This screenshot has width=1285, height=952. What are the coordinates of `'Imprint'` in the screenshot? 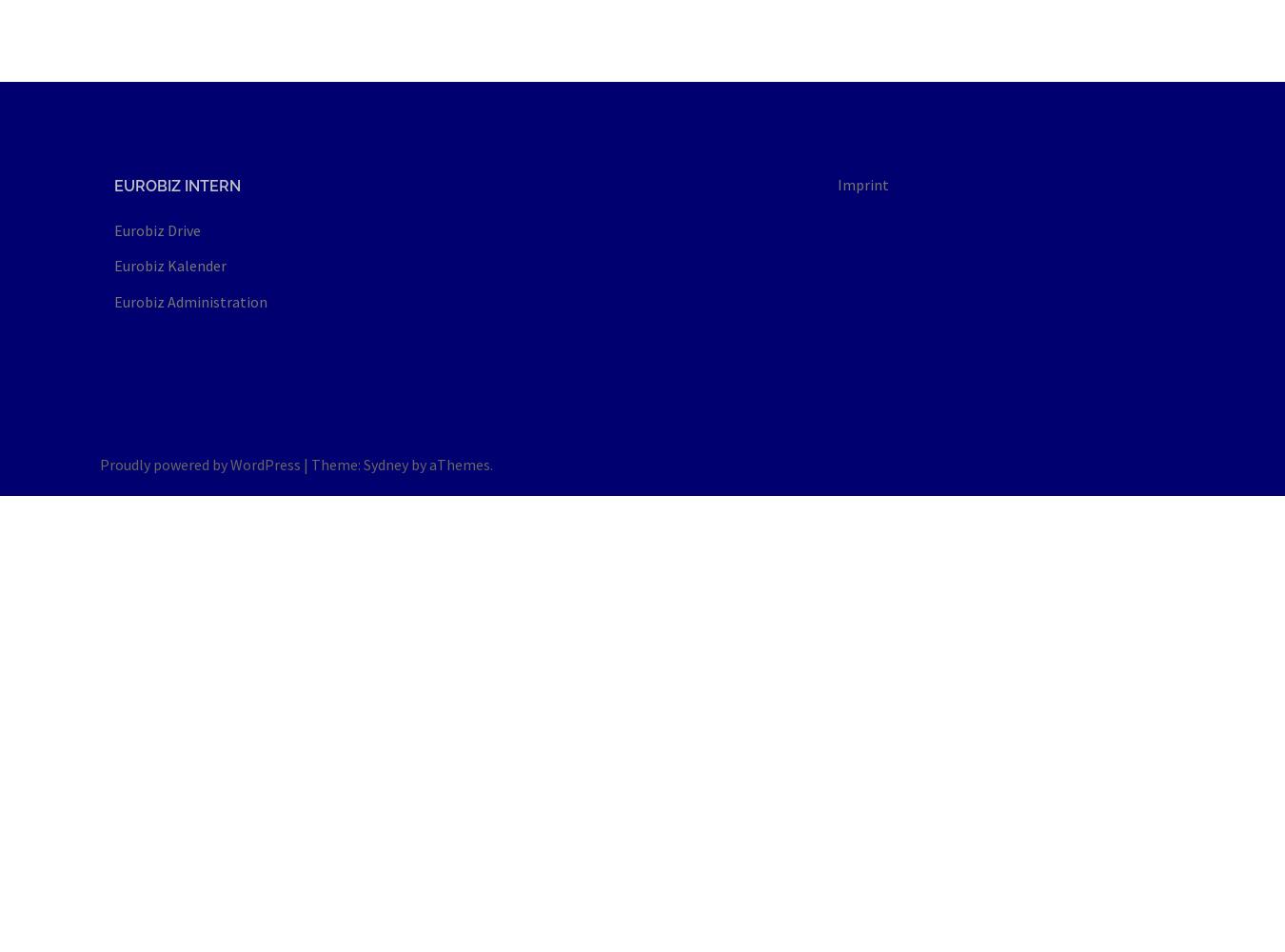 It's located at (862, 184).